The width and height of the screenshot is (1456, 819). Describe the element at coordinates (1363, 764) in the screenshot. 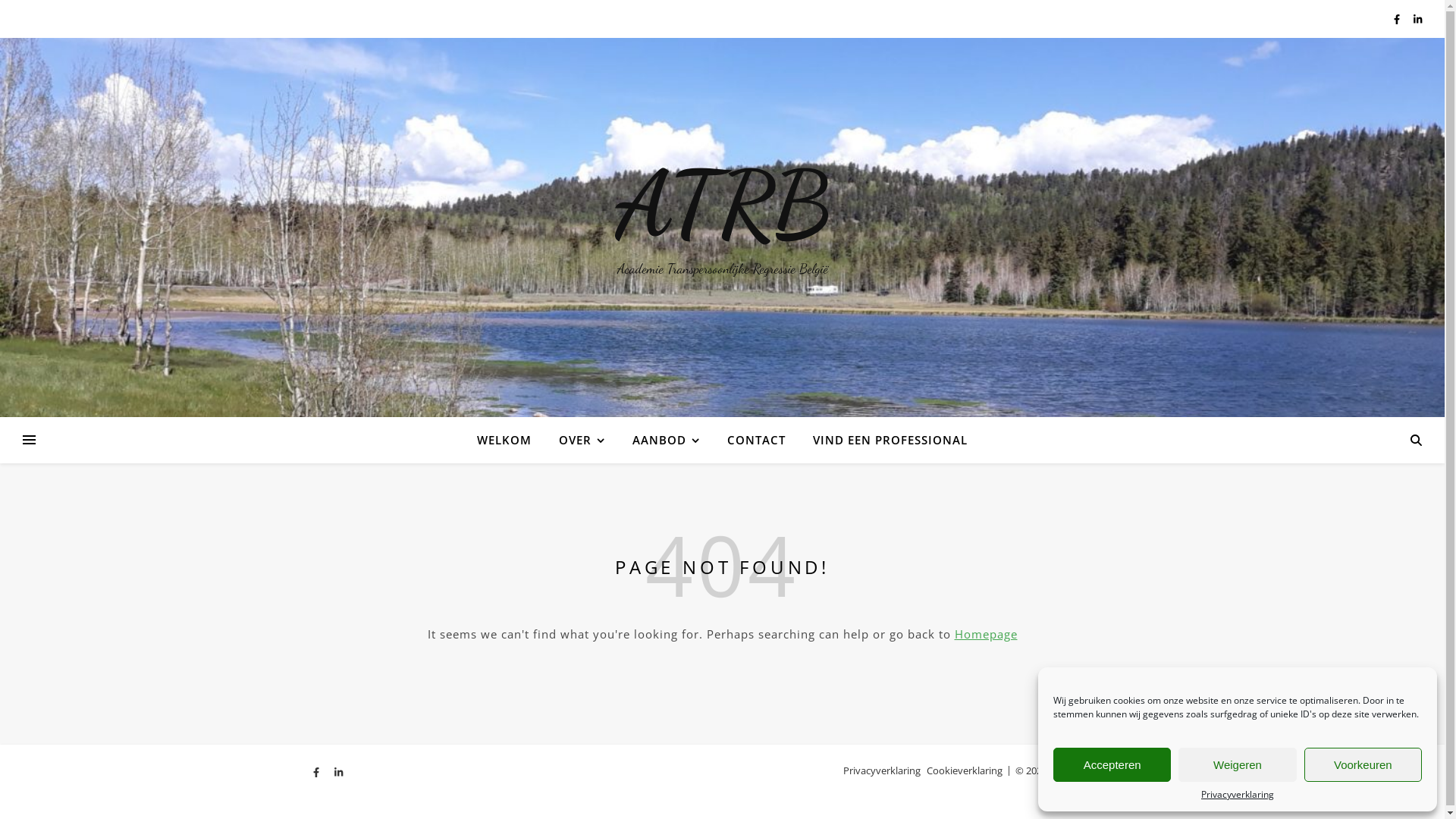

I see `'Voorkeuren'` at that location.